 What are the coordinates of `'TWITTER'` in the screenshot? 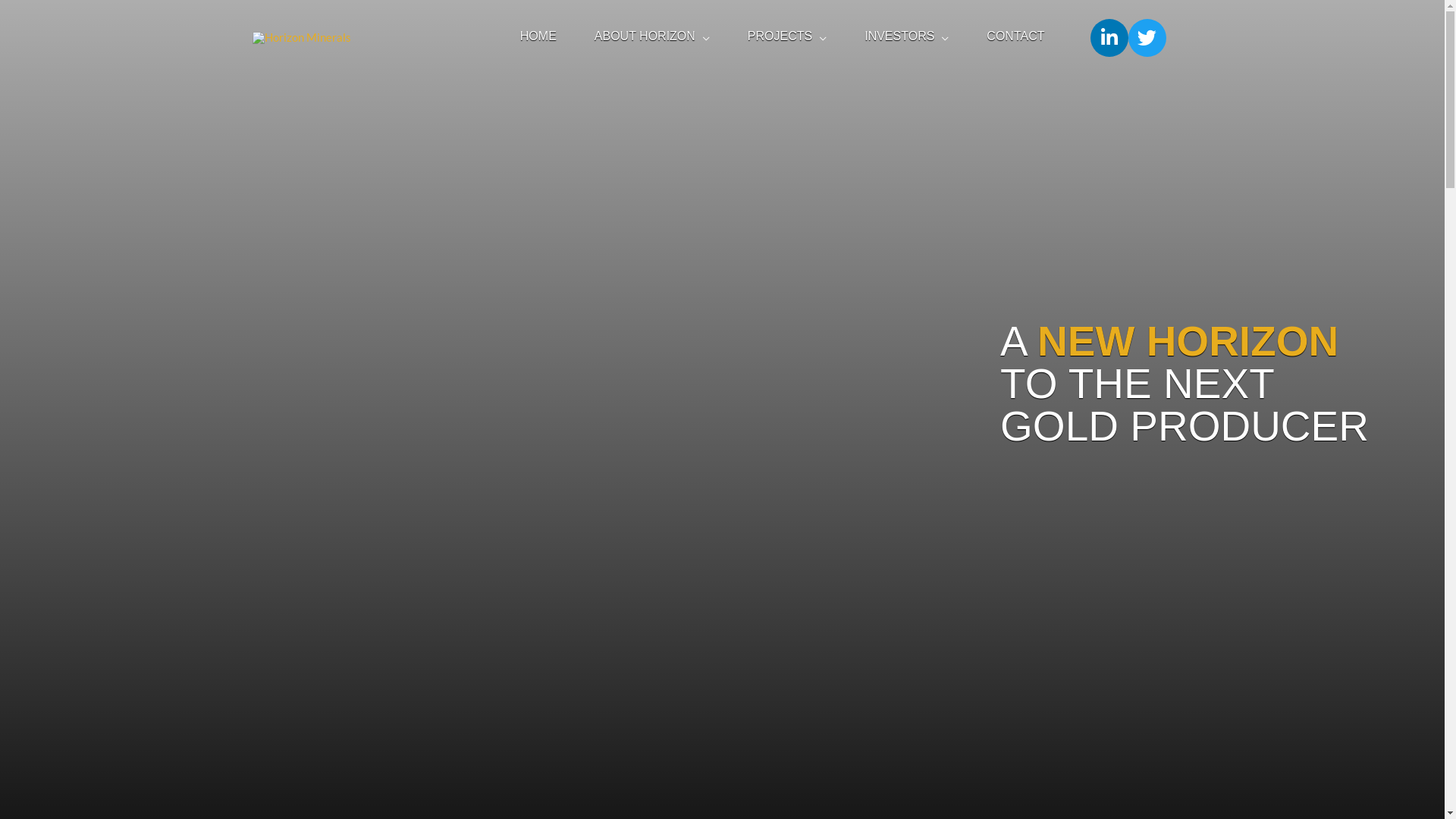 It's located at (1147, 37).